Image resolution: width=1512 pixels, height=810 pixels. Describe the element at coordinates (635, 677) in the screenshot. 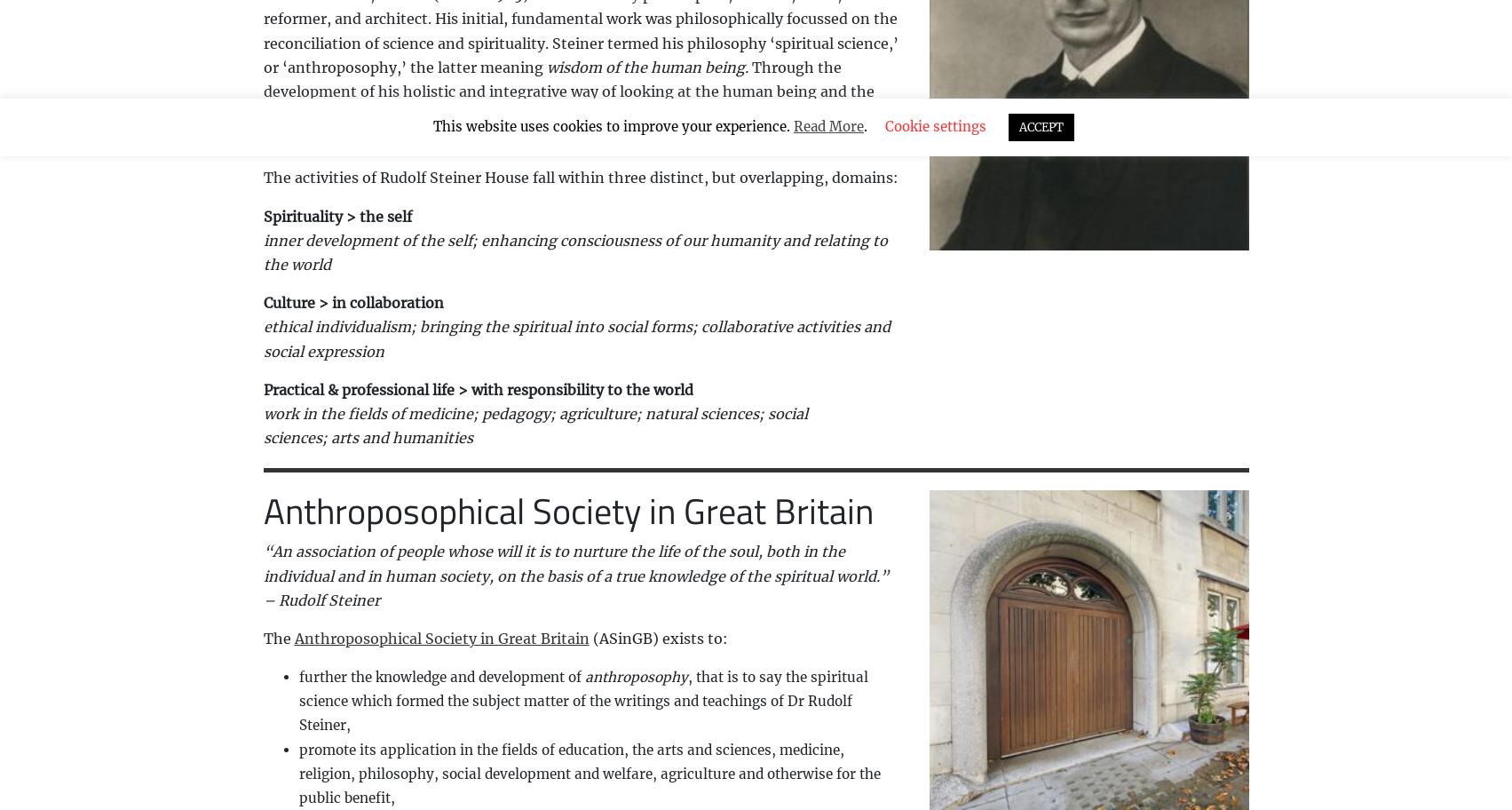

I see `'anthroposophy'` at that location.